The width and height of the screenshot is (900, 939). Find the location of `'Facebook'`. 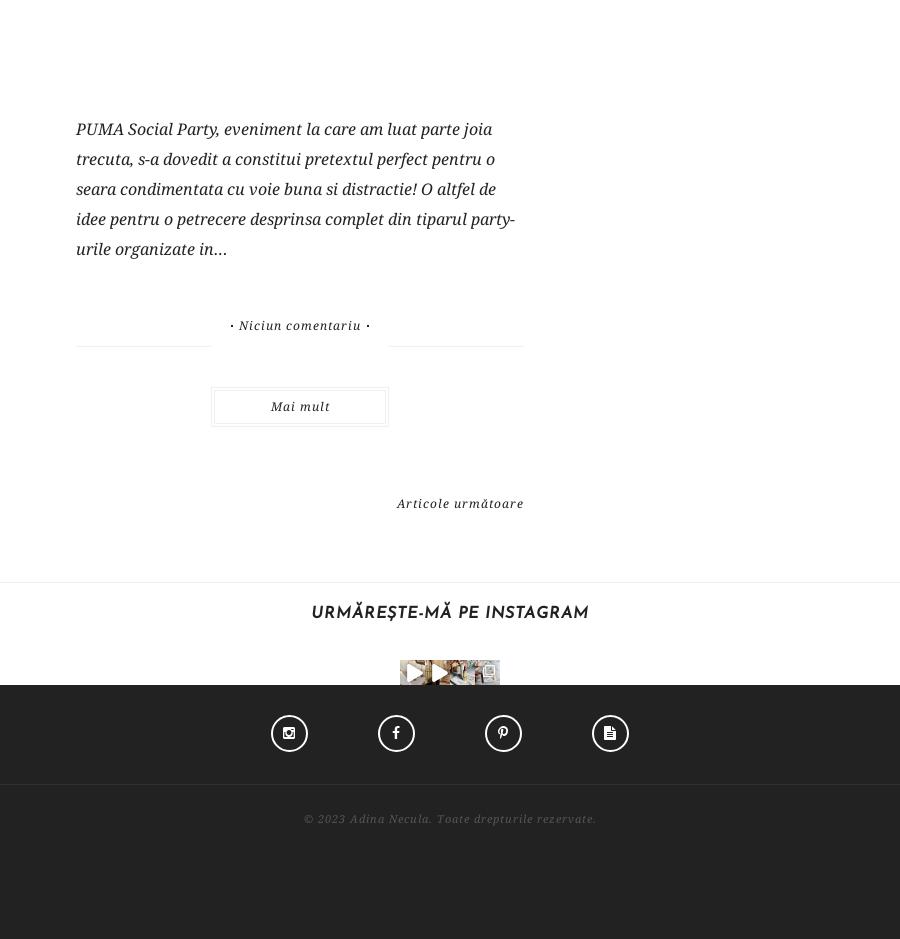

'Facebook' is located at coordinates (453, 723).